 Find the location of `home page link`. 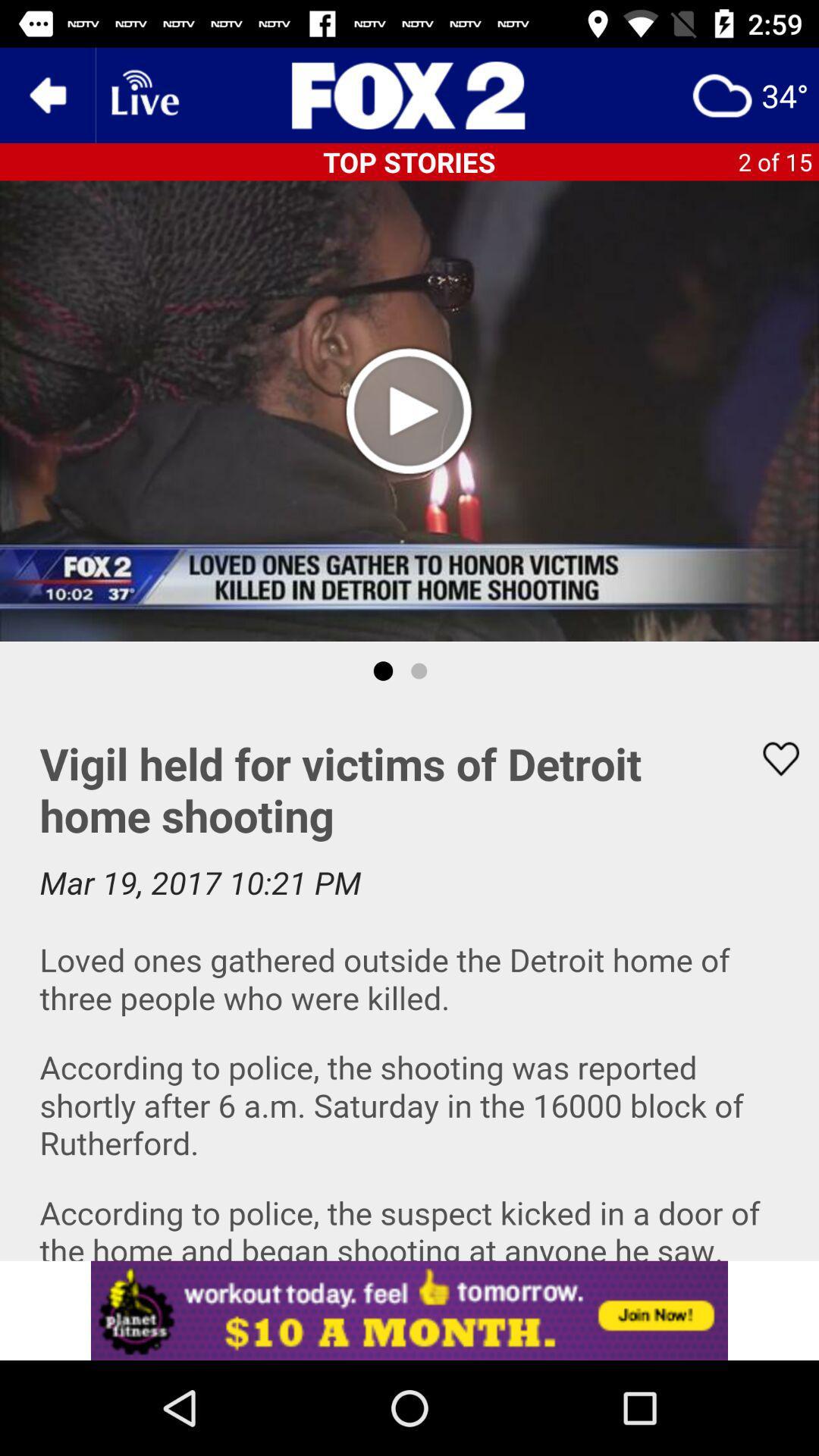

home page link is located at coordinates (409, 94).